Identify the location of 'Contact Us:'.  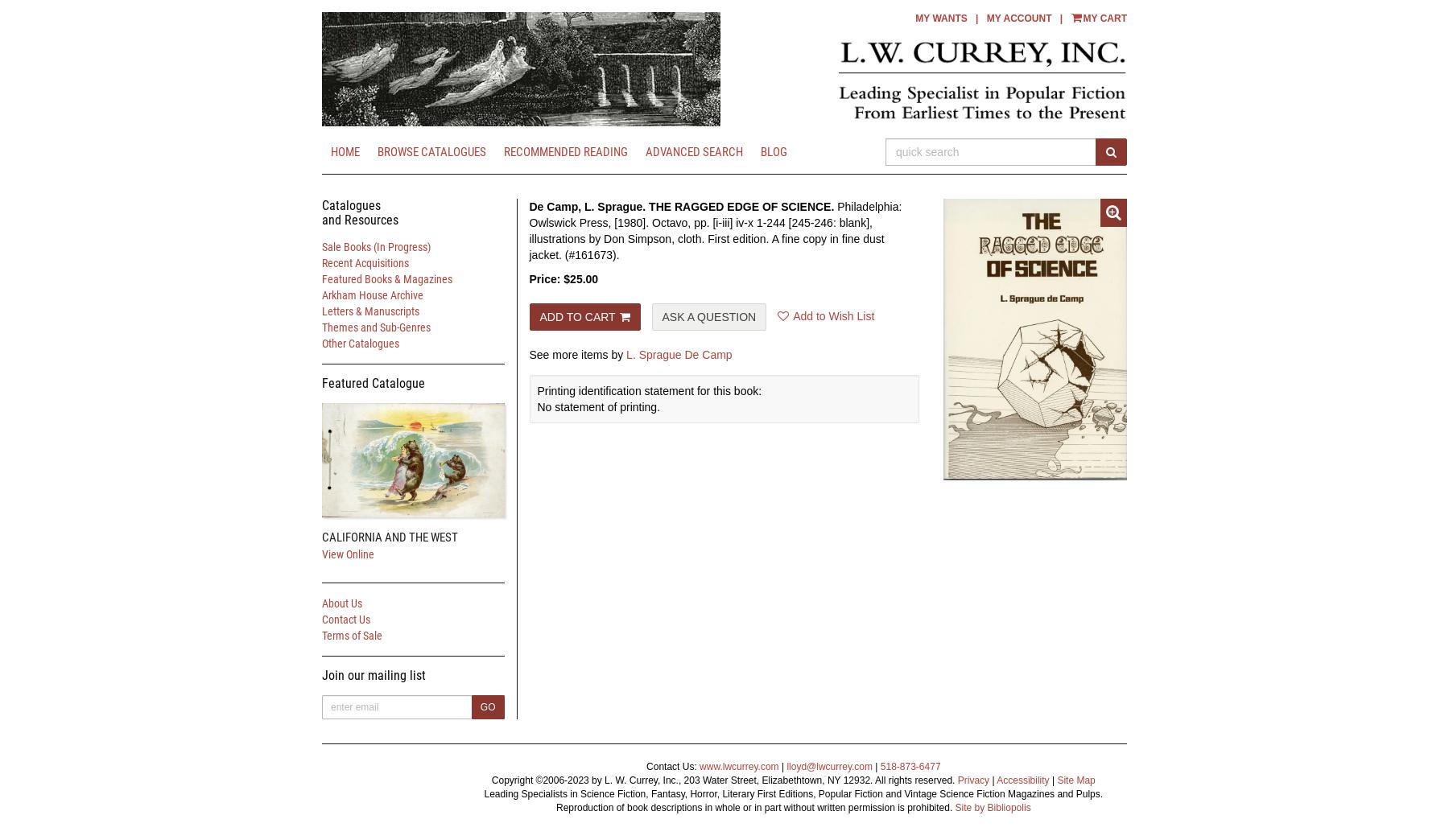
(672, 765).